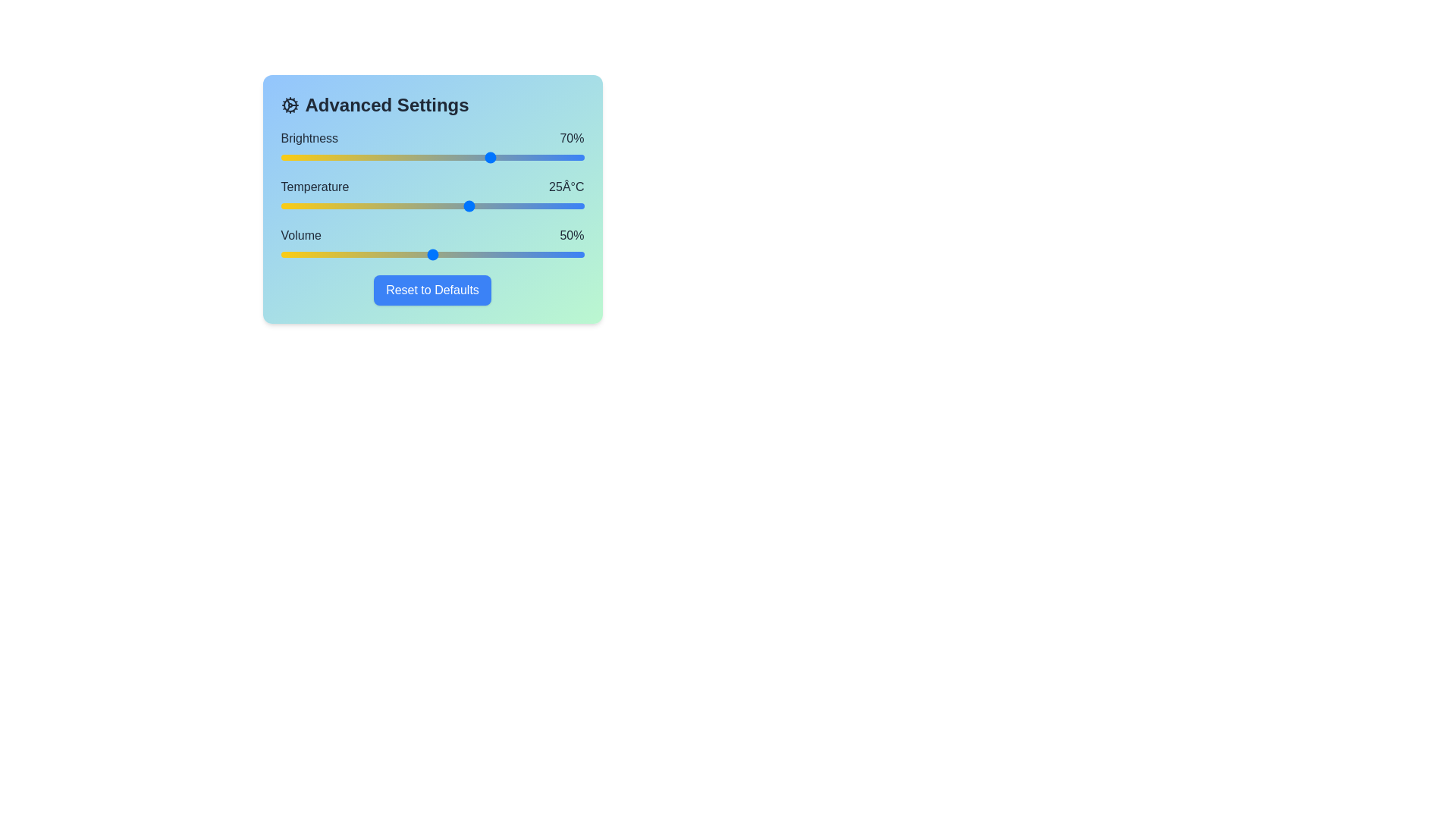 The height and width of the screenshot is (819, 1456). I want to click on the temperature slider to set the temperature to 0 degrees Celsius, so click(281, 206).